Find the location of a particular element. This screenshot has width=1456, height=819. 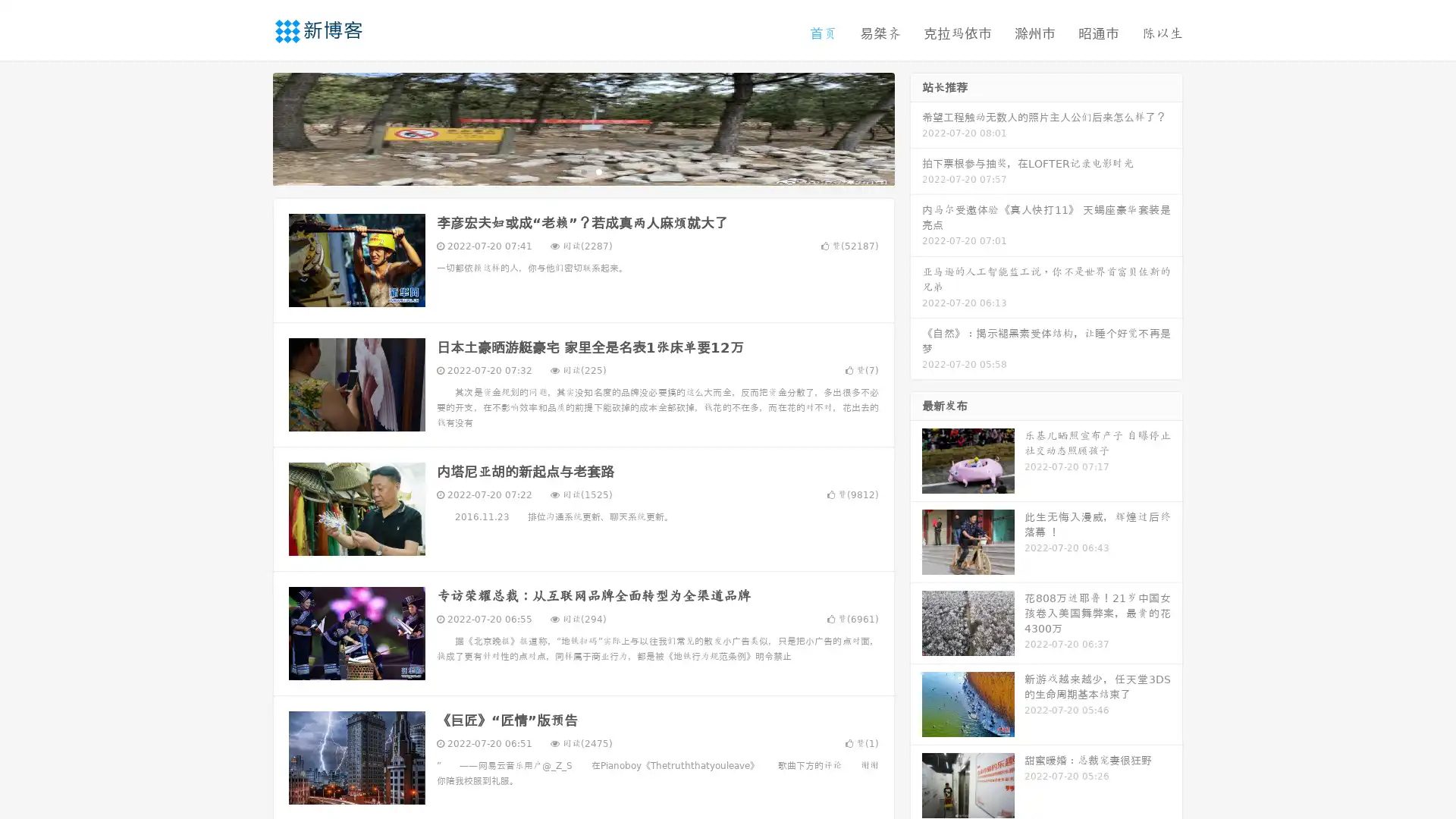

Go to slide 2 is located at coordinates (582, 171).